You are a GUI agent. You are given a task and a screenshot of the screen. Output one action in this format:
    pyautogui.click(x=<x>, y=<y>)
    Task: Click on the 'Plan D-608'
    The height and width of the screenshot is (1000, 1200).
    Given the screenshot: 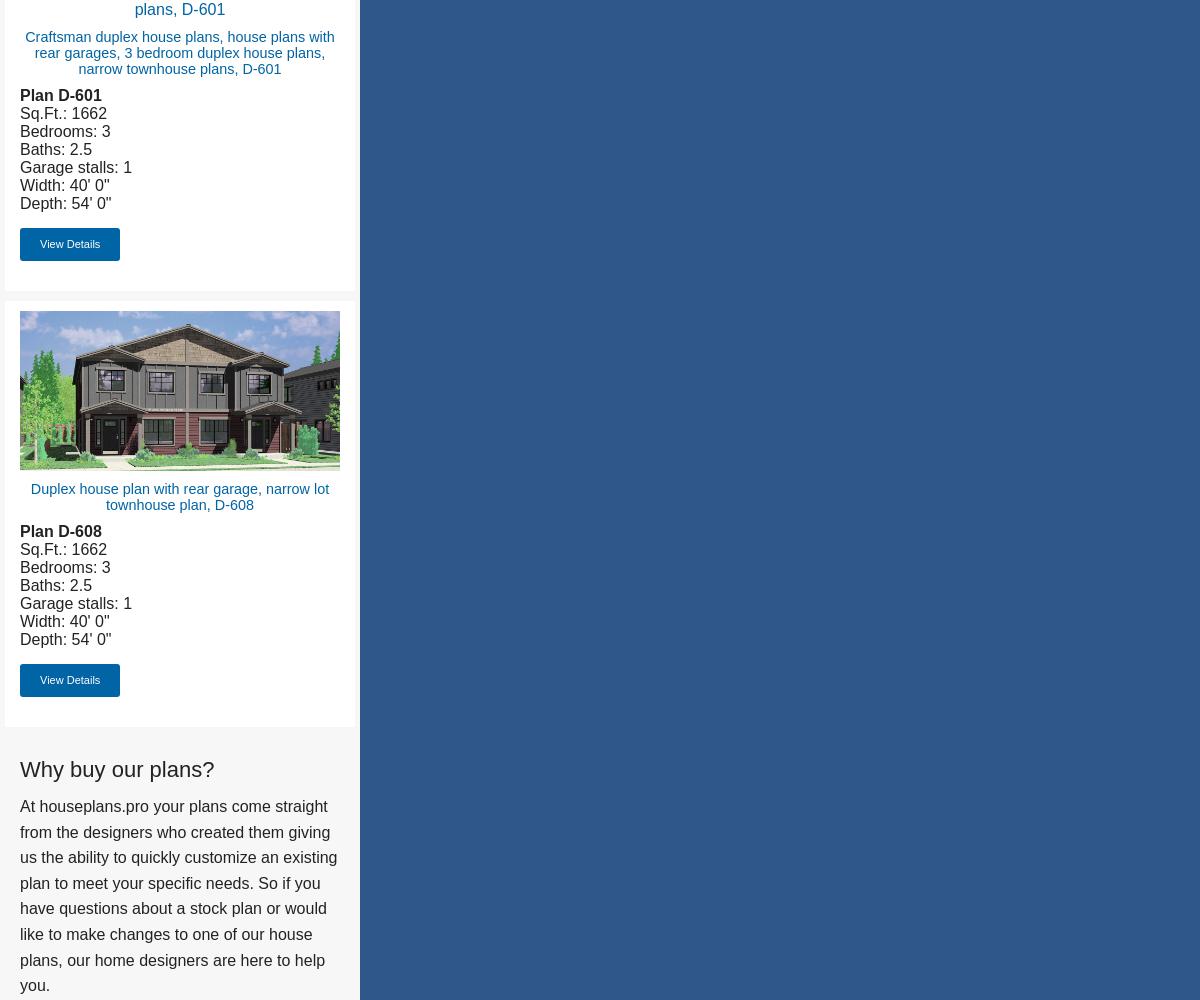 What is the action you would take?
    pyautogui.click(x=60, y=531)
    